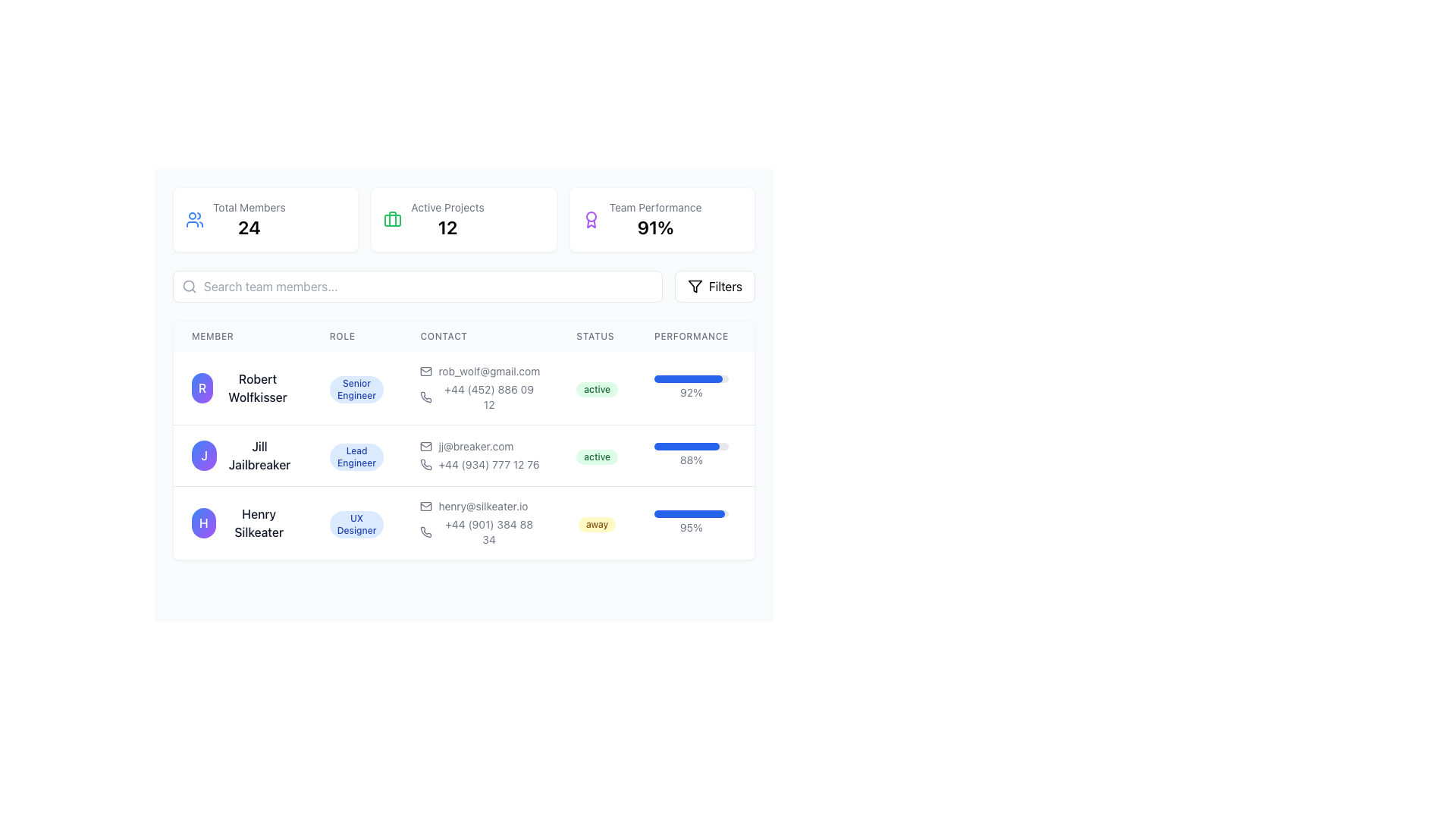  Describe the element at coordinates (662, 219) in the screenshot. I see `the interactive information card displaying the performance metric '91%' and the label 'Team Performance' located in the top-right corner of the grid layout` at that location.